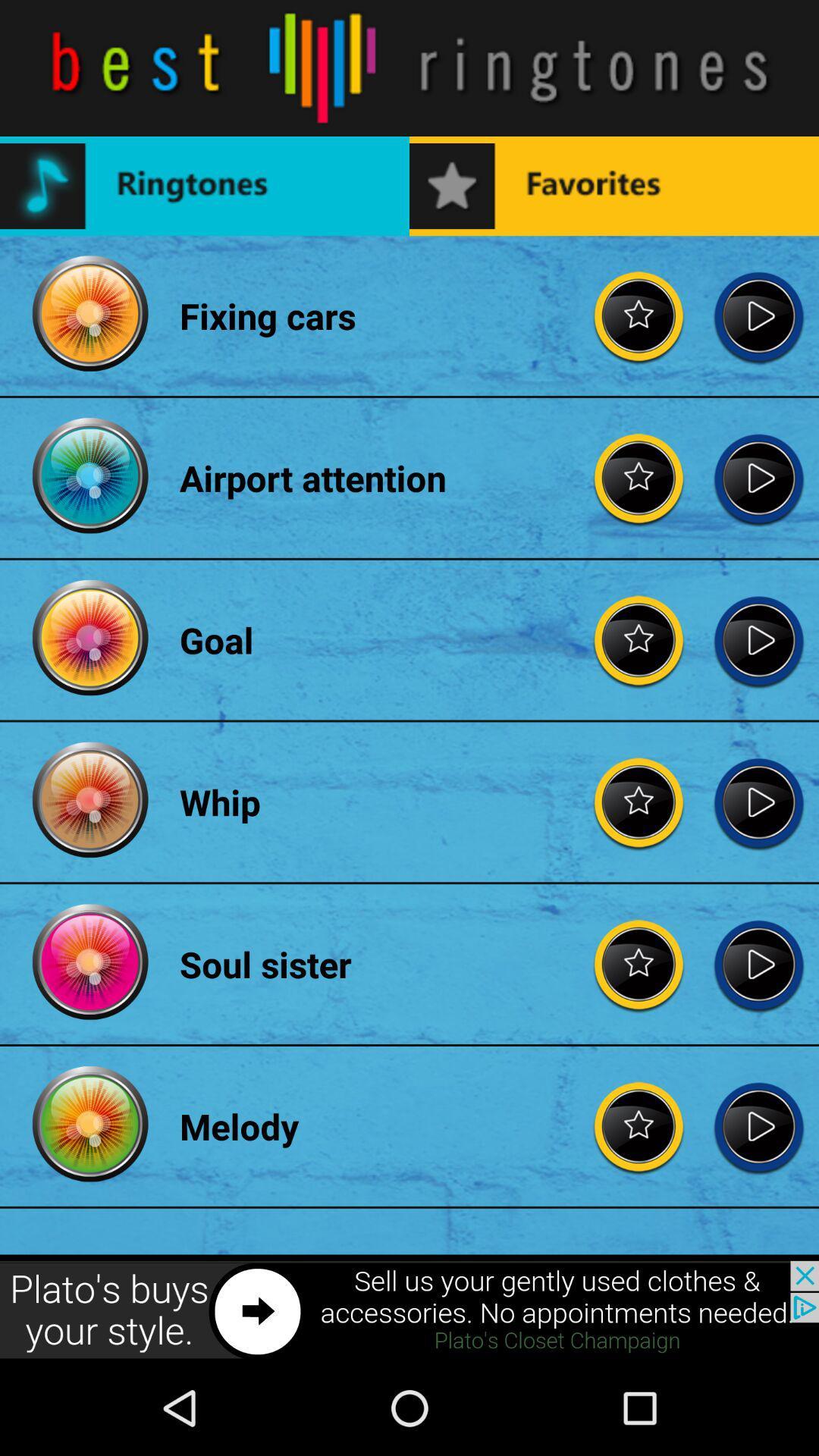  What do you see at coordinates (639, 1126) in the screenshot?
I see `to favorites` at bounding box center [639, 1126].